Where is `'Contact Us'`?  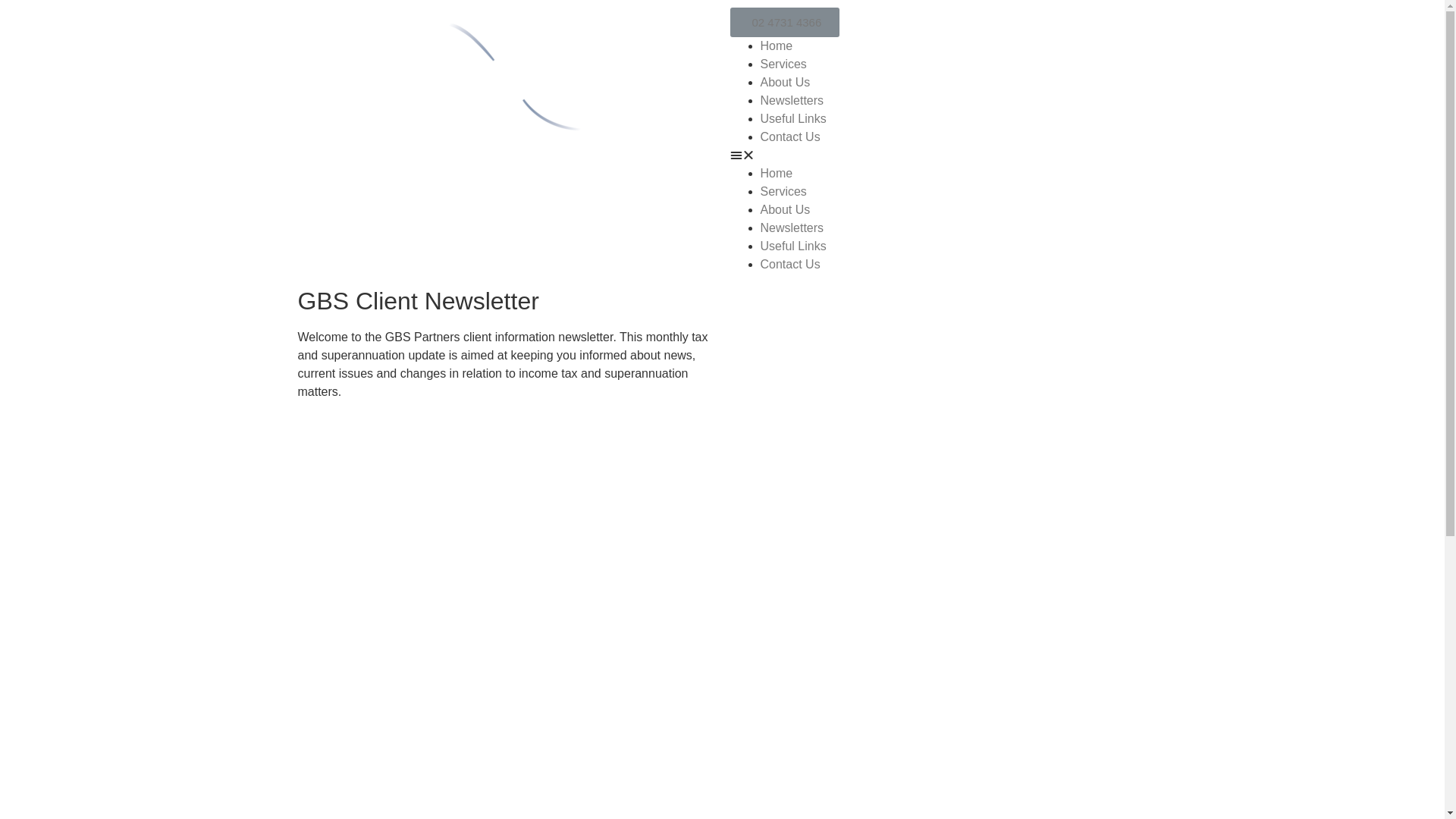 'Contact Us' is located at coordinates (789, 263).